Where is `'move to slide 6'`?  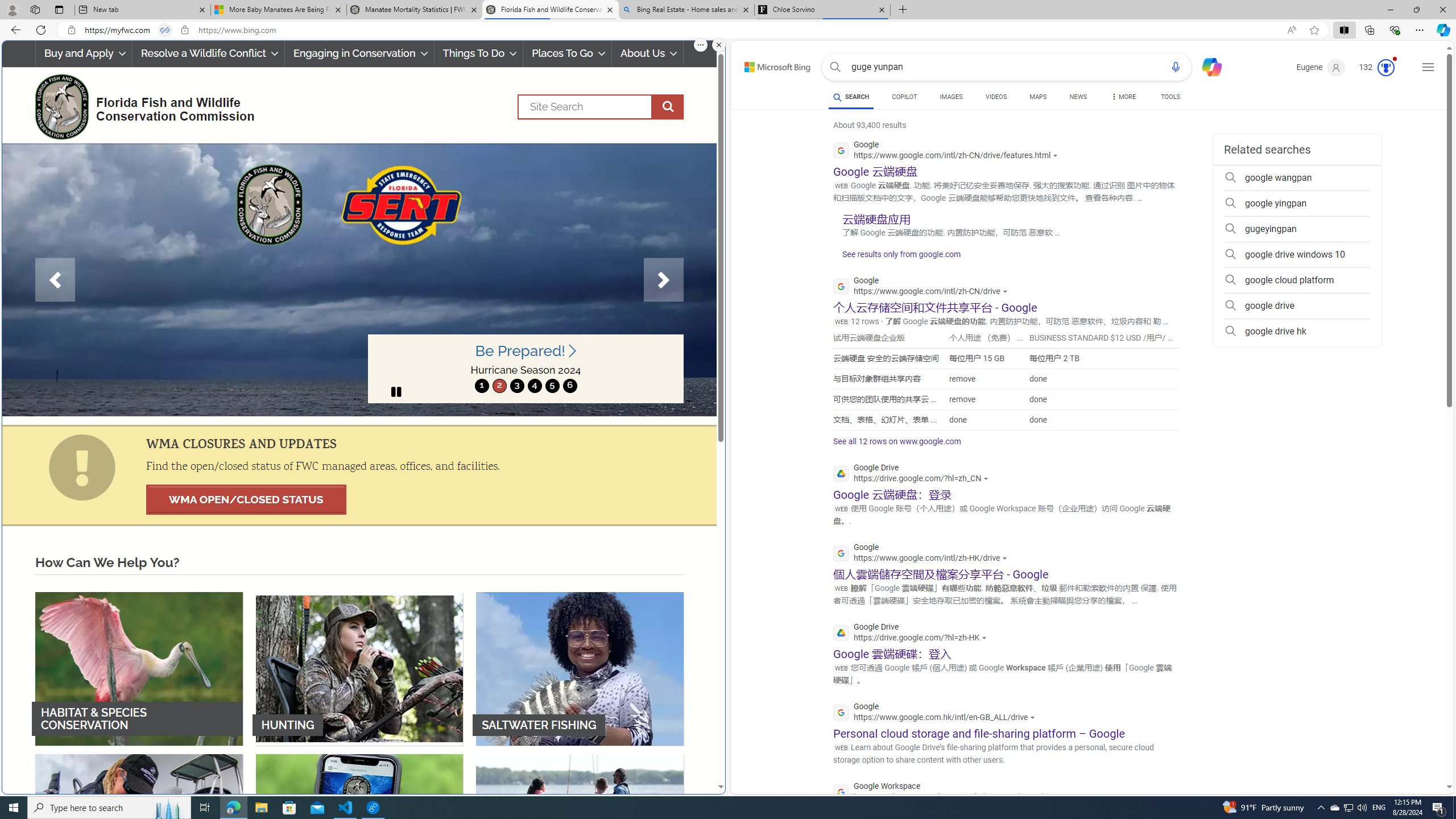
'move to slide 6' is located at coordinates (568, 385).